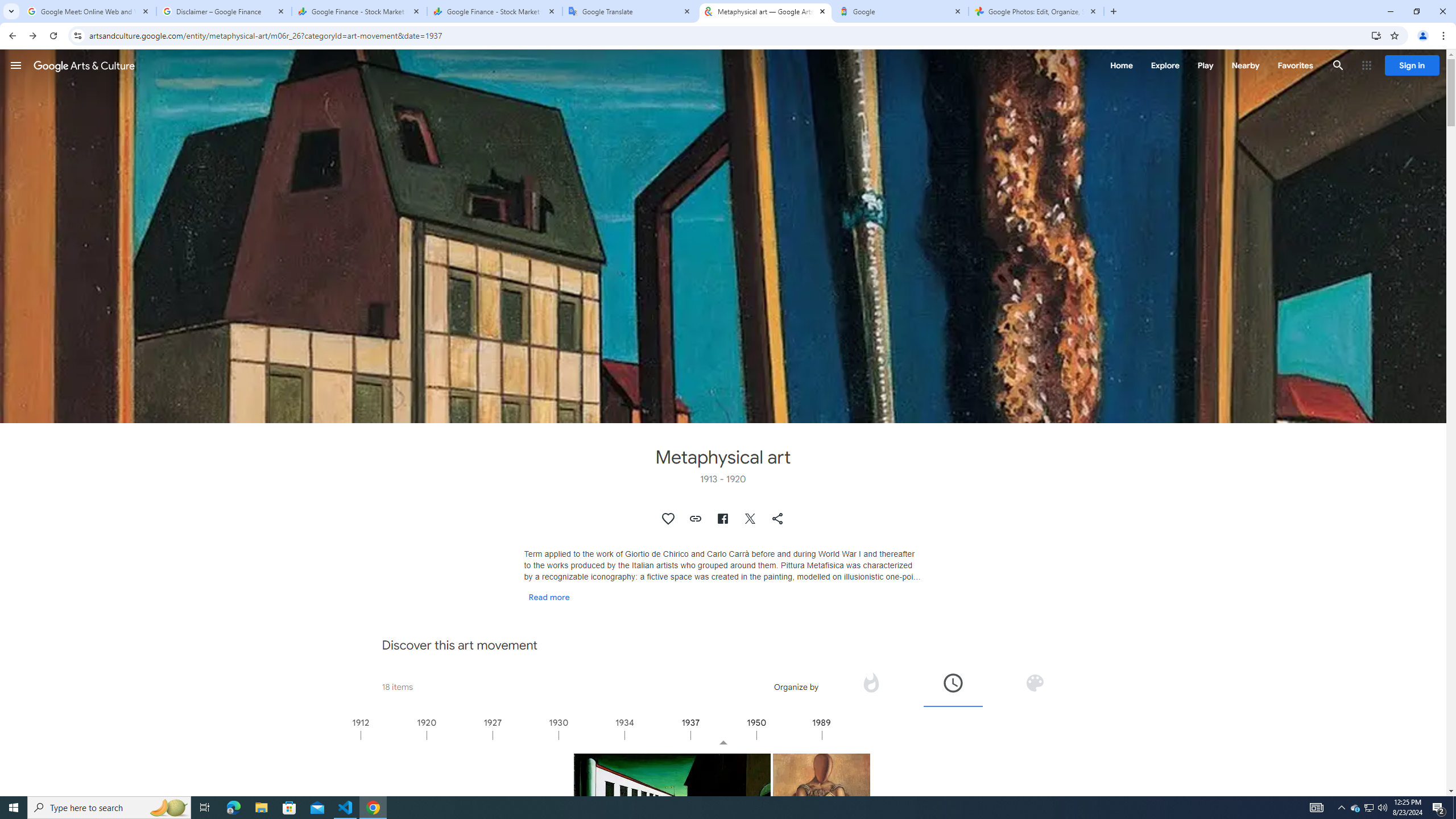  Describe the element at coordinates (900, 11) in the screenshot. I see `'Google'` at that location.